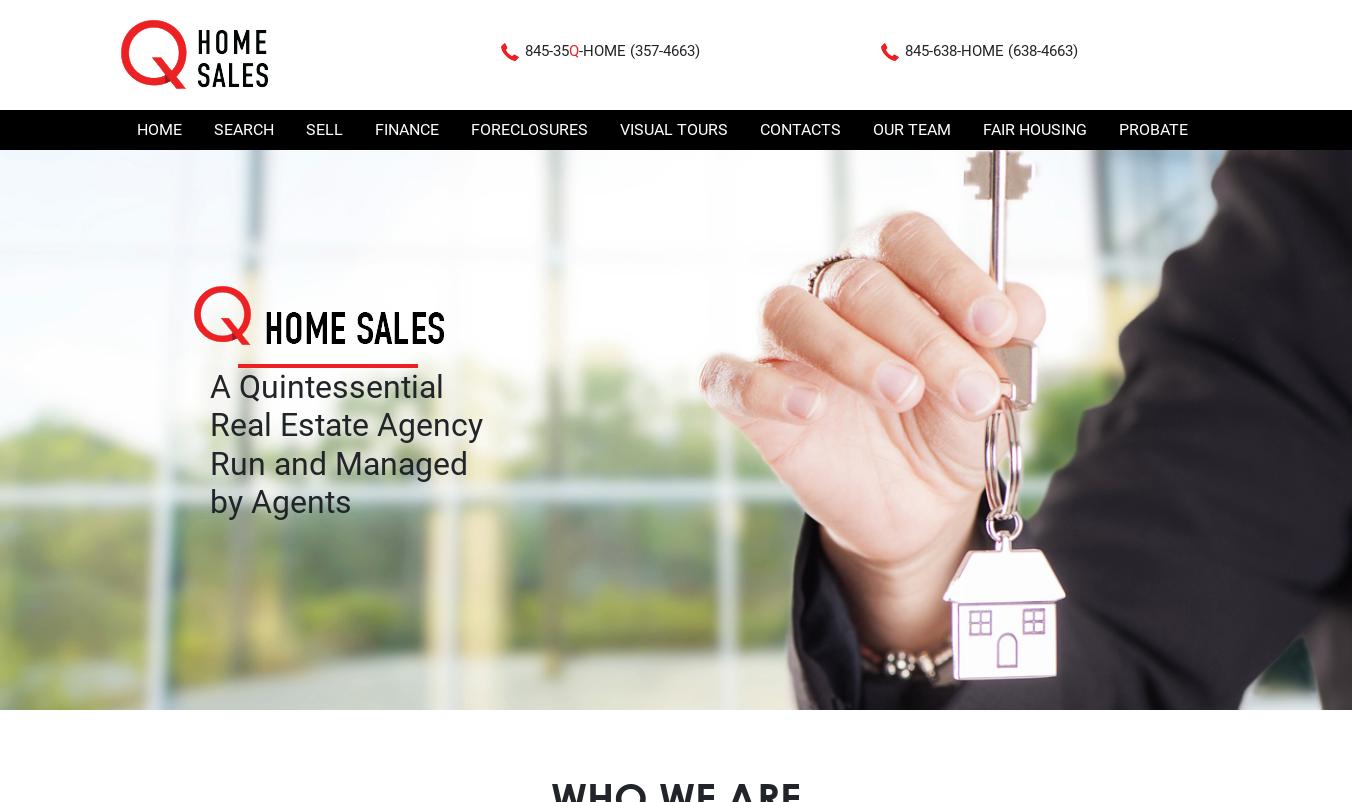 The width and height of the screenshot is (1352, 802). I want to click on '-HOME (357-4663)', so click(639, 50).